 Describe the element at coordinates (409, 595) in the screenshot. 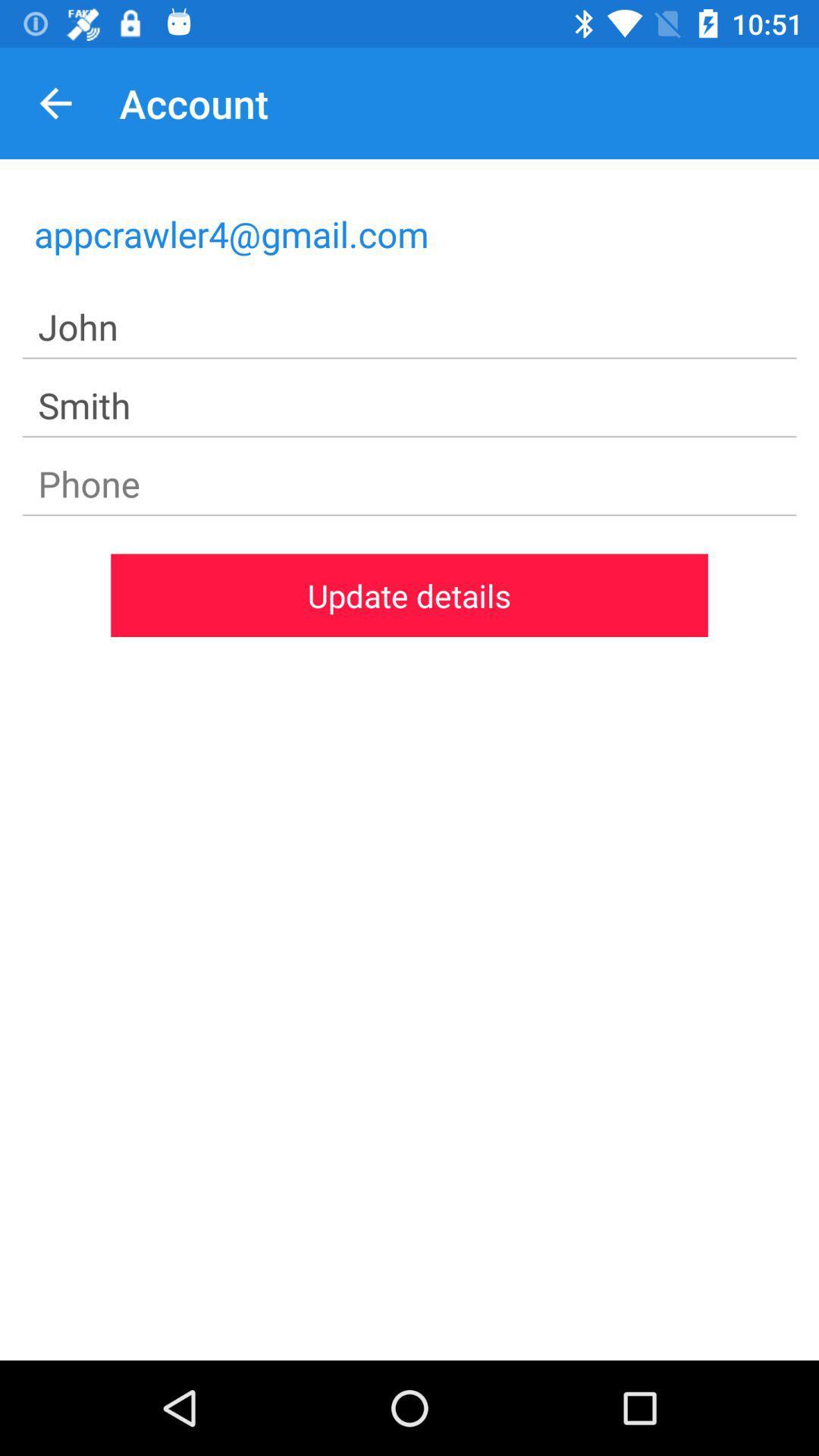

I see `icon at the center` at that location.